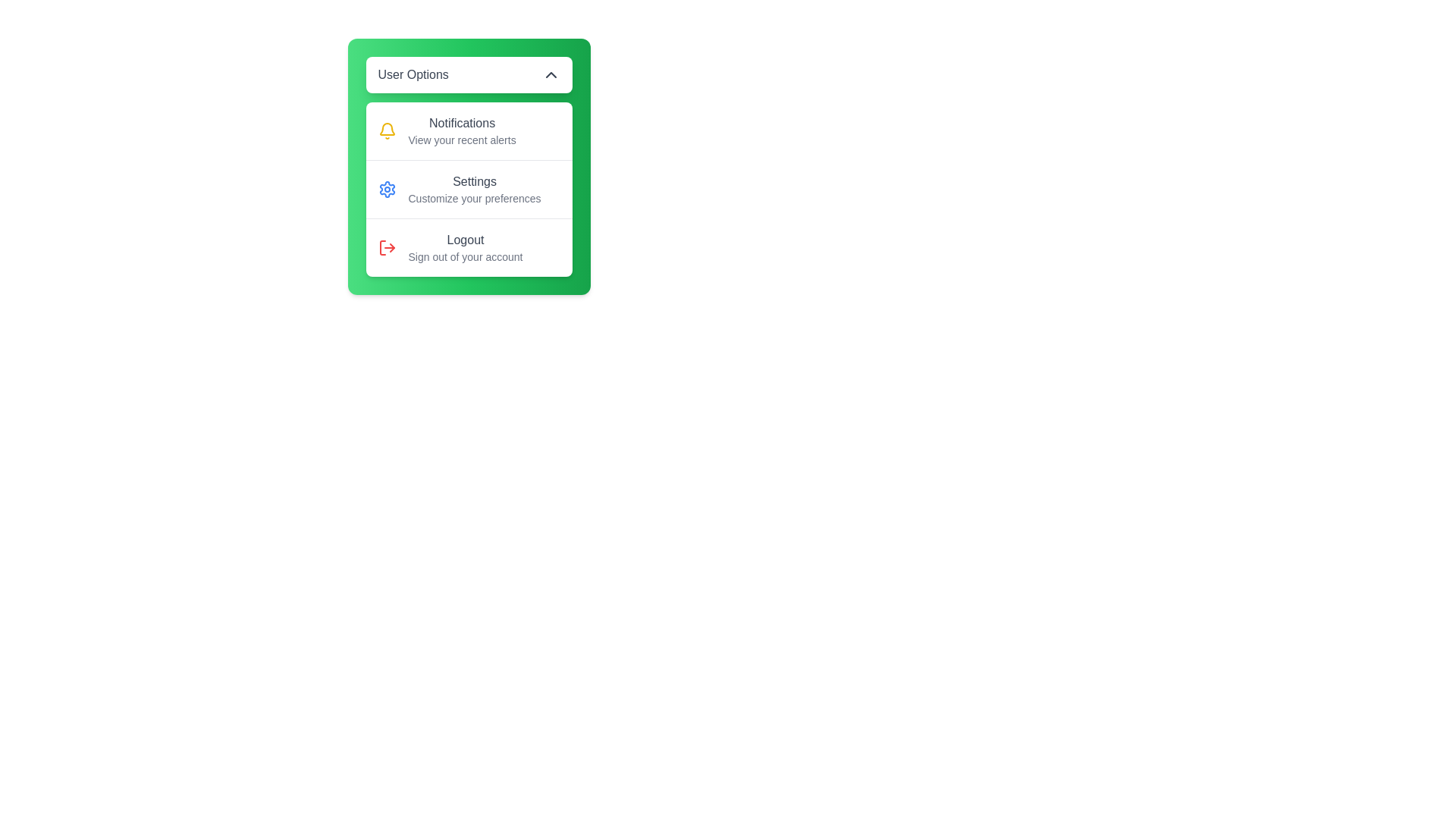  Describe the element at coordinates (465, 256) in the screenshot. I see `the informational text providing hints about the 'Logout' option in the user options dropdown menu, located directly below the 'Logout' text` at that location.